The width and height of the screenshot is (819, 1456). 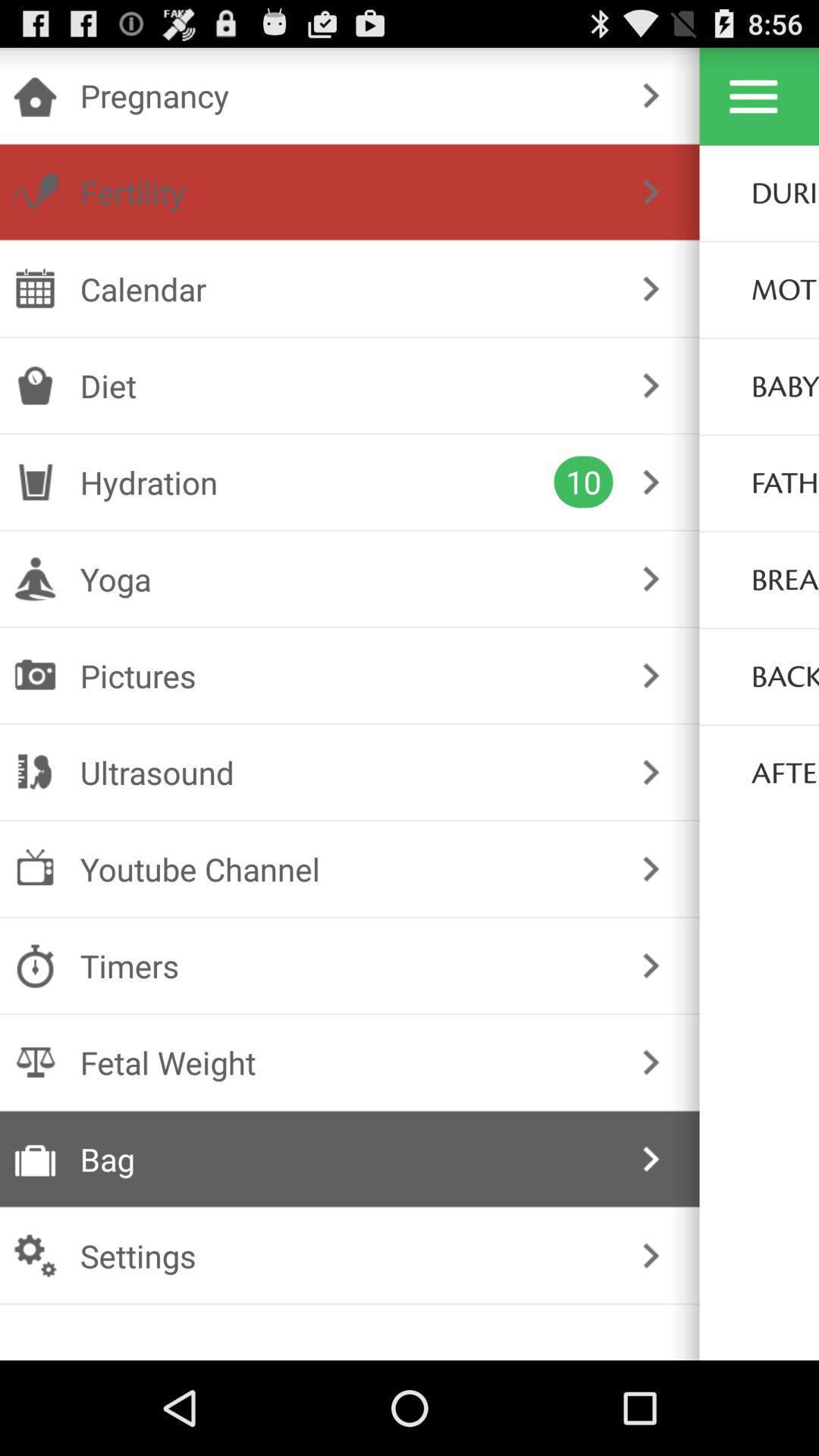 I want to click on the item below the youtube channel item, so click(x=347, y=965).